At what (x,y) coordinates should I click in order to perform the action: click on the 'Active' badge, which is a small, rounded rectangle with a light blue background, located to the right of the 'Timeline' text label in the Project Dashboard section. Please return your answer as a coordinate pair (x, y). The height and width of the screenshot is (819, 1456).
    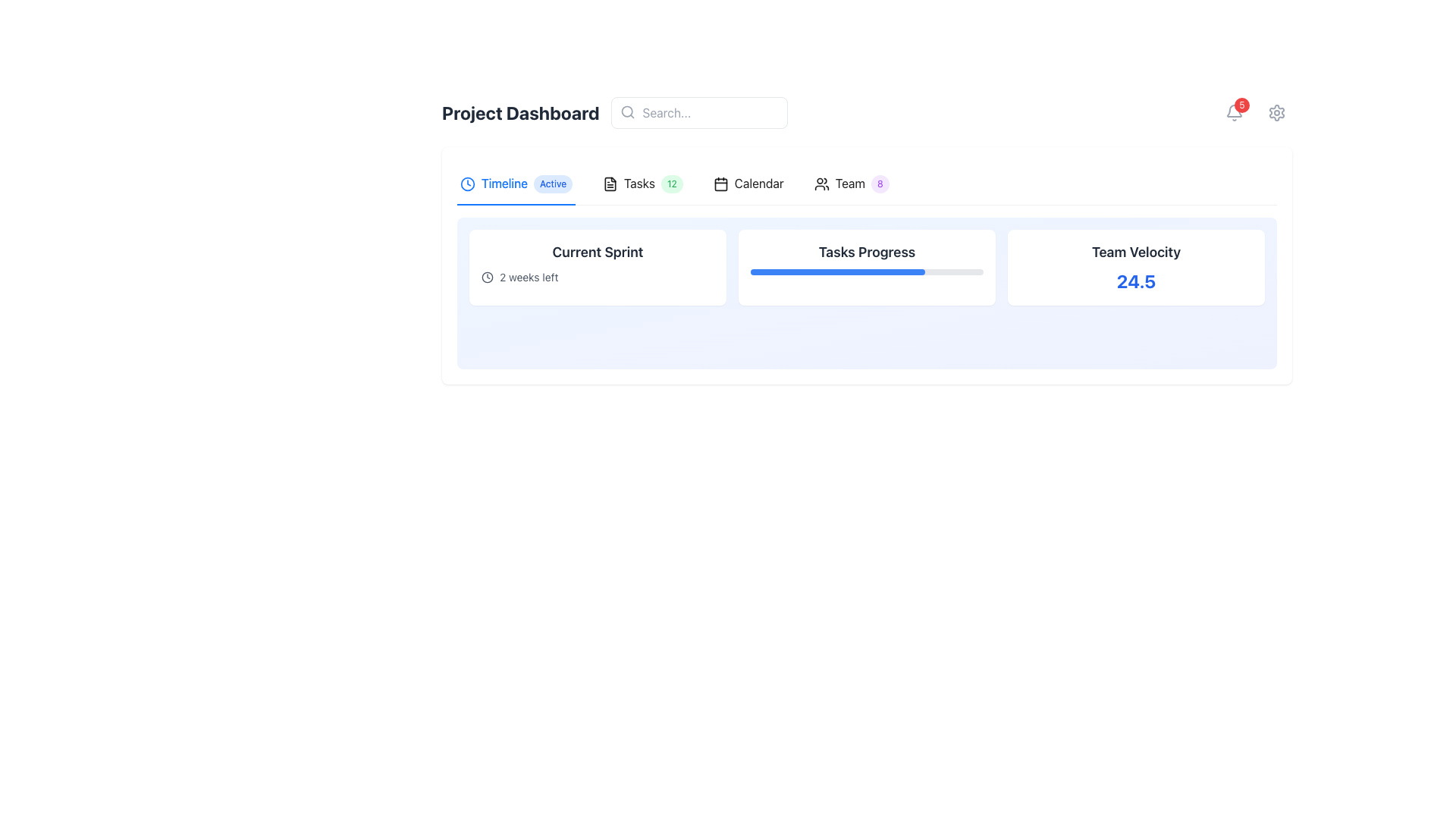
    Looking at the image, I should click on (552, 183).